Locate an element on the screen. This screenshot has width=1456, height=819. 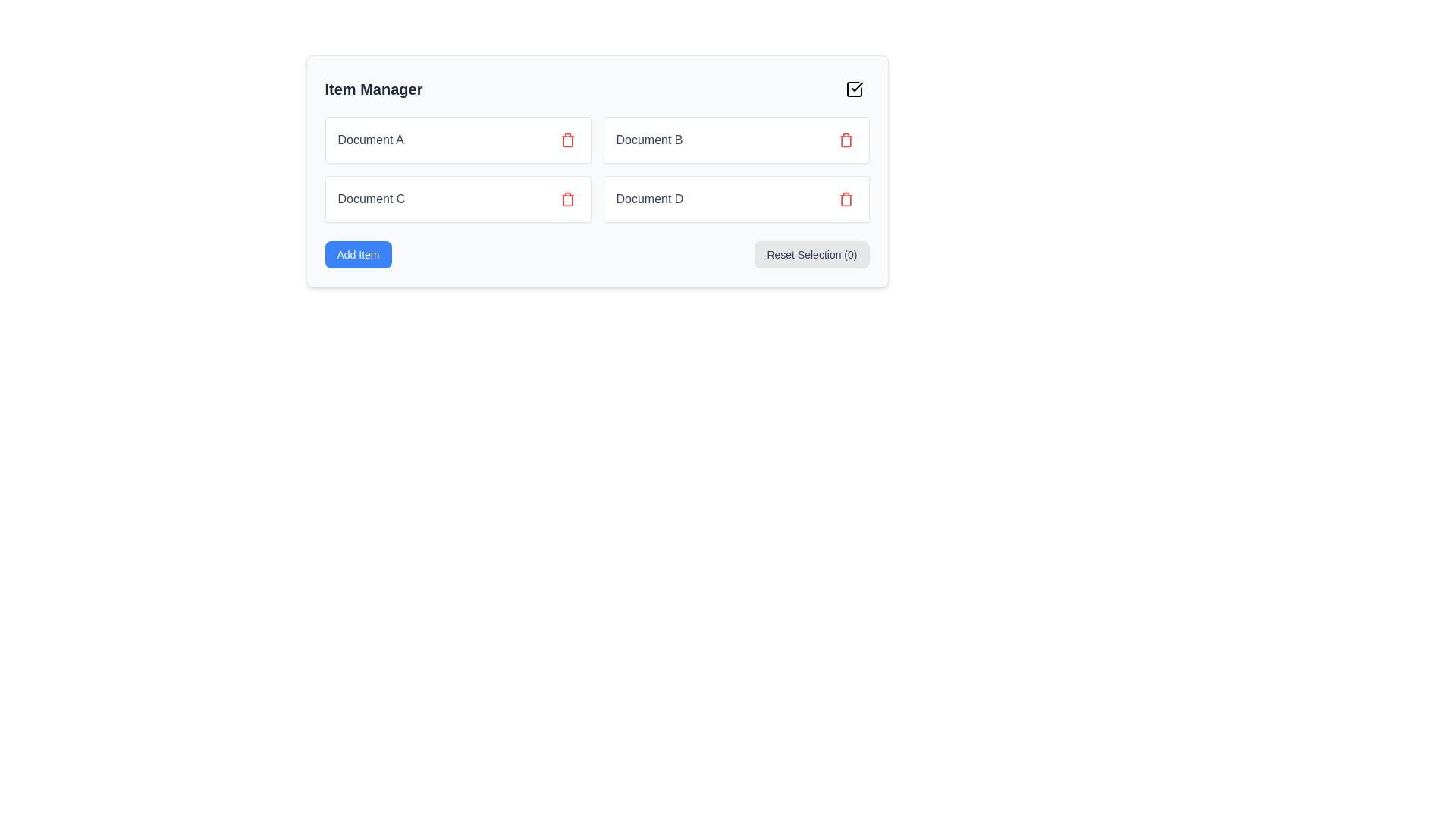
the delete icon for 'Document B' located at the top-right of its gray-bordered box is located at coordinates (566, 140).